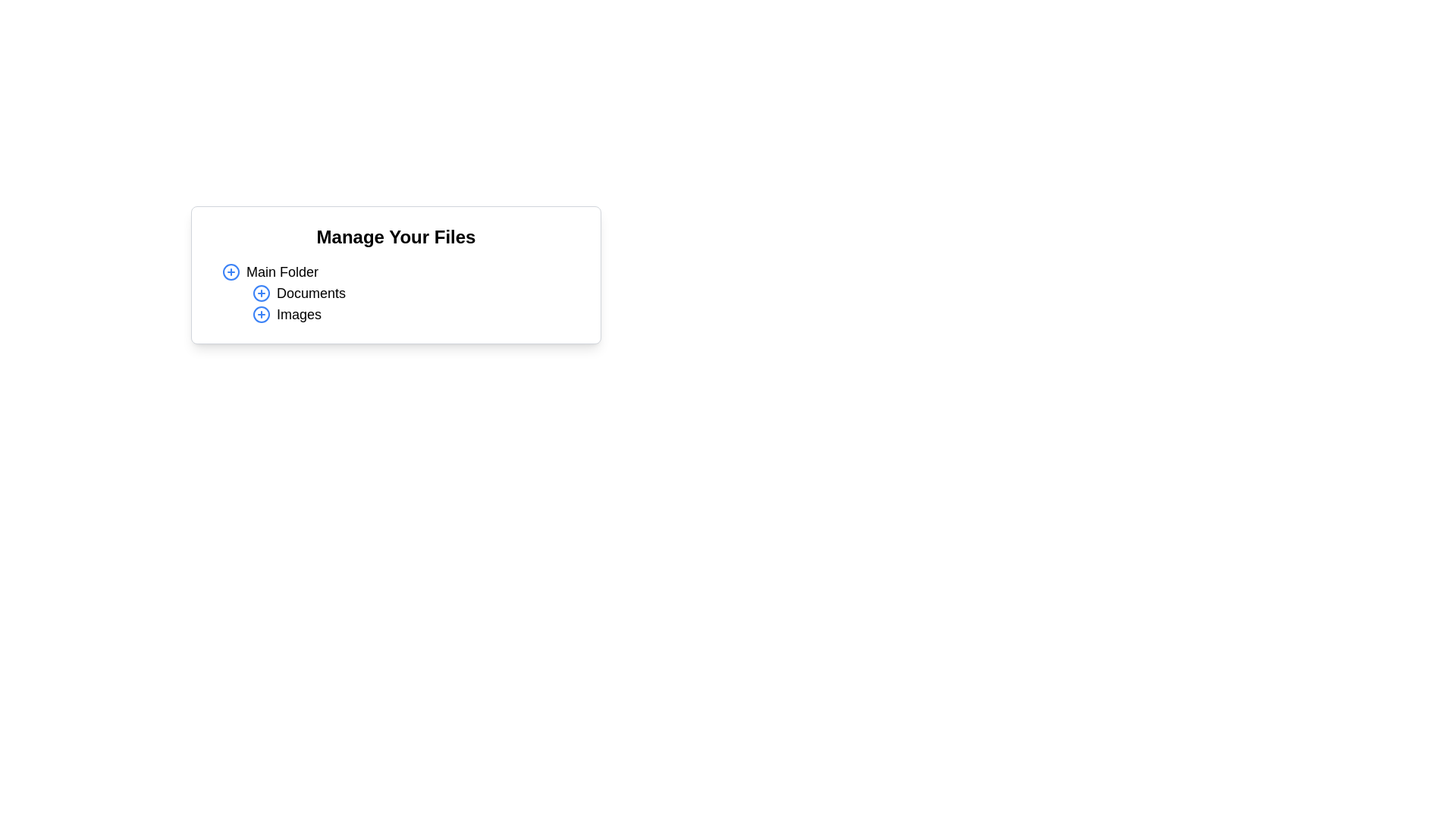 This screenshot has height=819, width=1456. Describe the element at coordinates (231, 271) in the screenshot. I see `the blue circular icon with a plus sign inside, located next to the text 'Main Folder'` at that location.